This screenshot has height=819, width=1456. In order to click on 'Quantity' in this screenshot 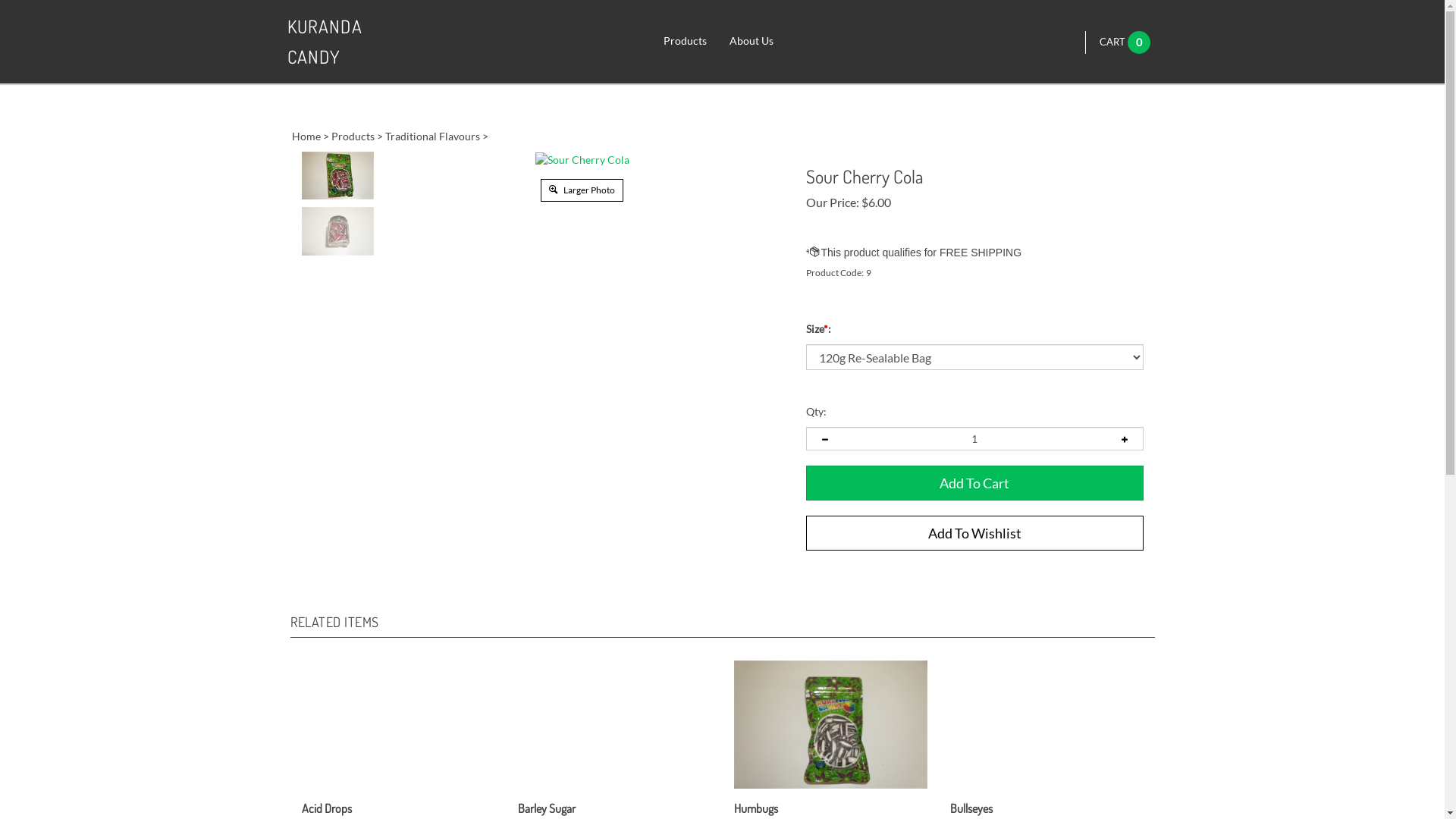, I will do `click(974, 438)`.